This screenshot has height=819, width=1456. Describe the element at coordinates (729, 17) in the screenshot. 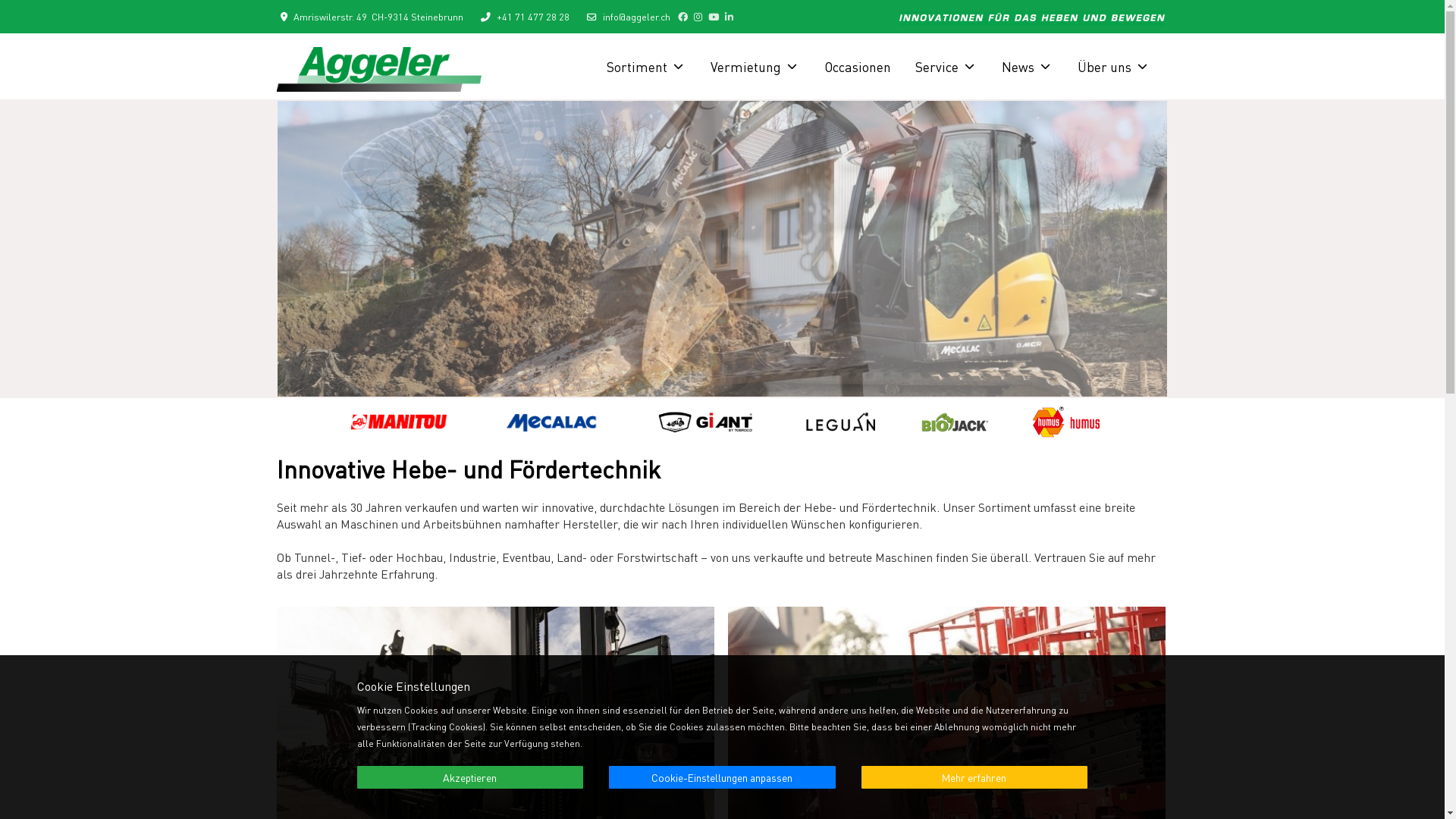

I see `'LinkedIn'` at that location.